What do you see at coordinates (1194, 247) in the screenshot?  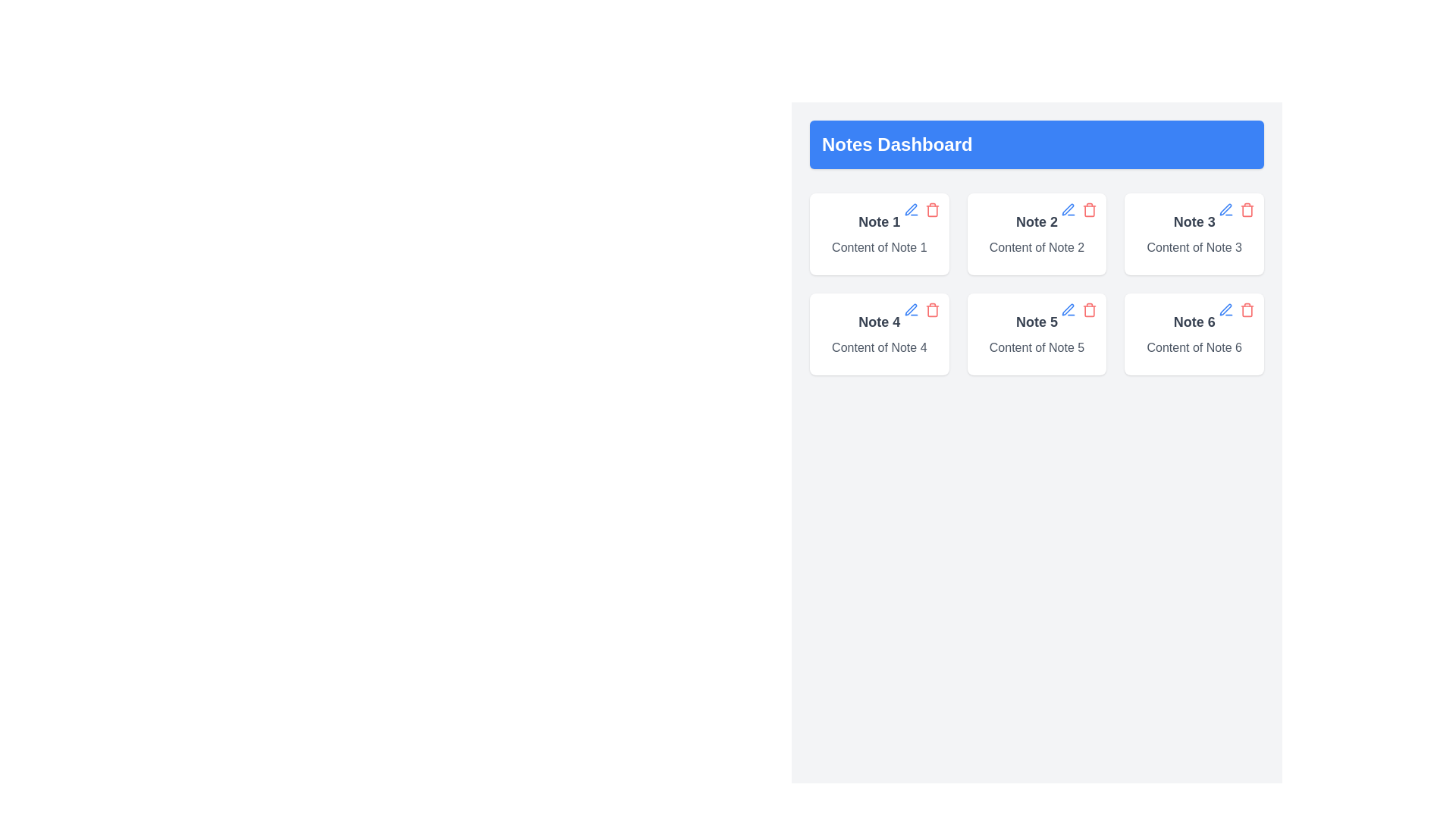 I see `the text displaying 'Content of Note 3', which is centrally located in a card-like layout below the bold 'Note 3' text in the 'Notes Dashboard'` at bounding box center [1194, 247].